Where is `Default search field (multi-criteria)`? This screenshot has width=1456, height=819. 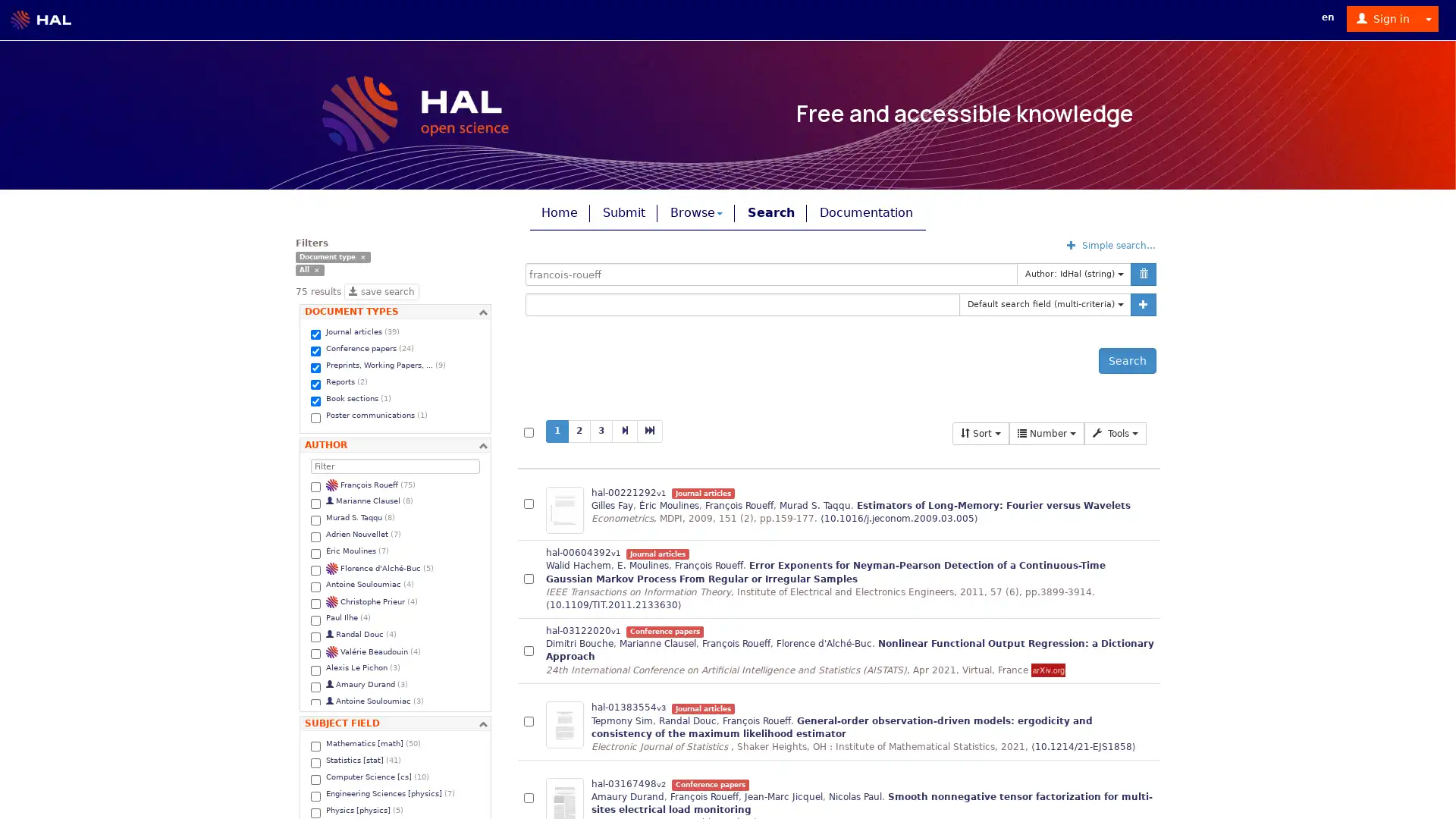
Default search field (multi-criteria) is located at coordinates (1044, 304).